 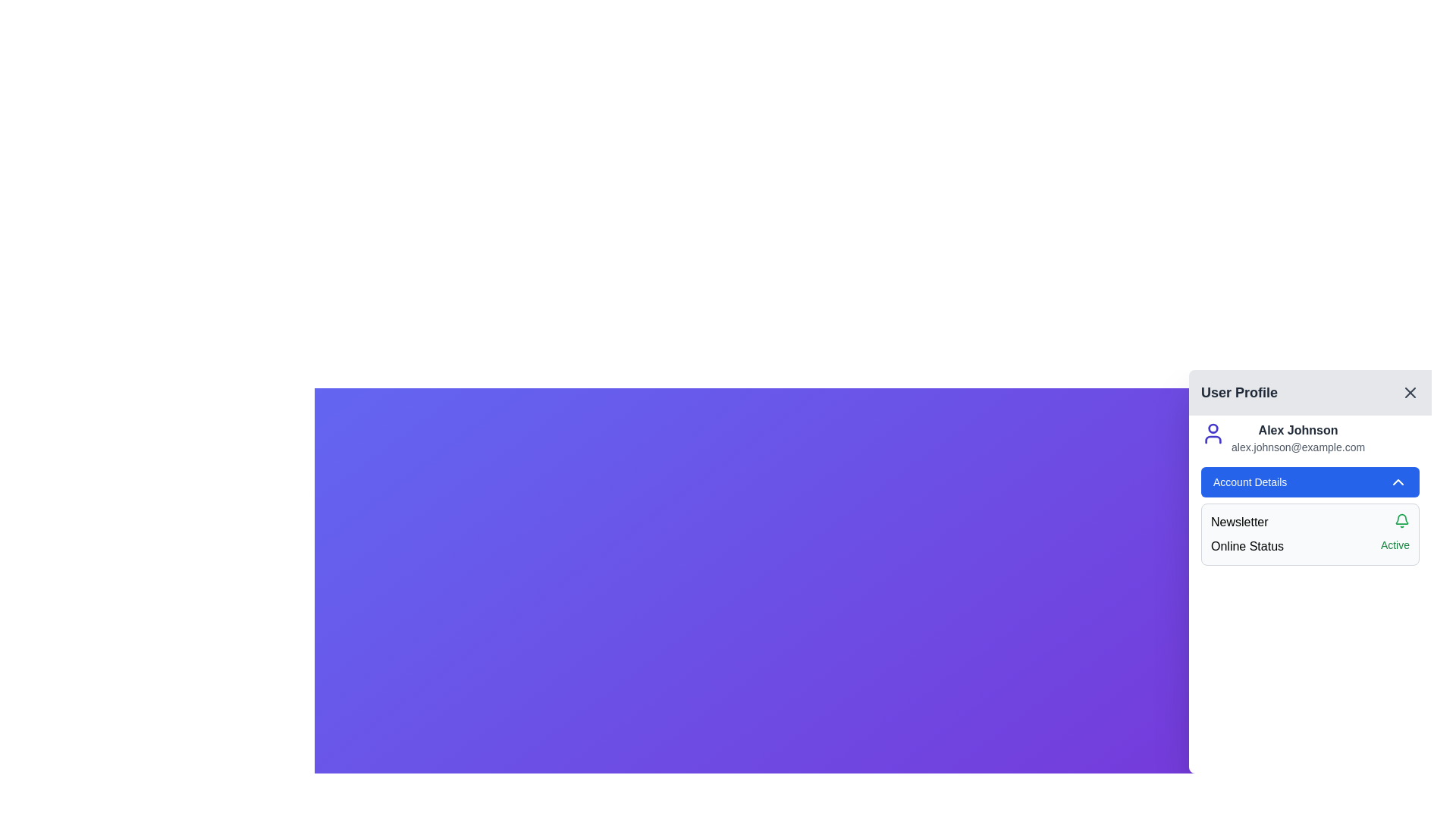 I want to click on the static text label reading 'Active' styled in green, located at the bottom-right corner of the 'Online Status' row in the 'User Profile' panel, so click(x=1395, y=547).